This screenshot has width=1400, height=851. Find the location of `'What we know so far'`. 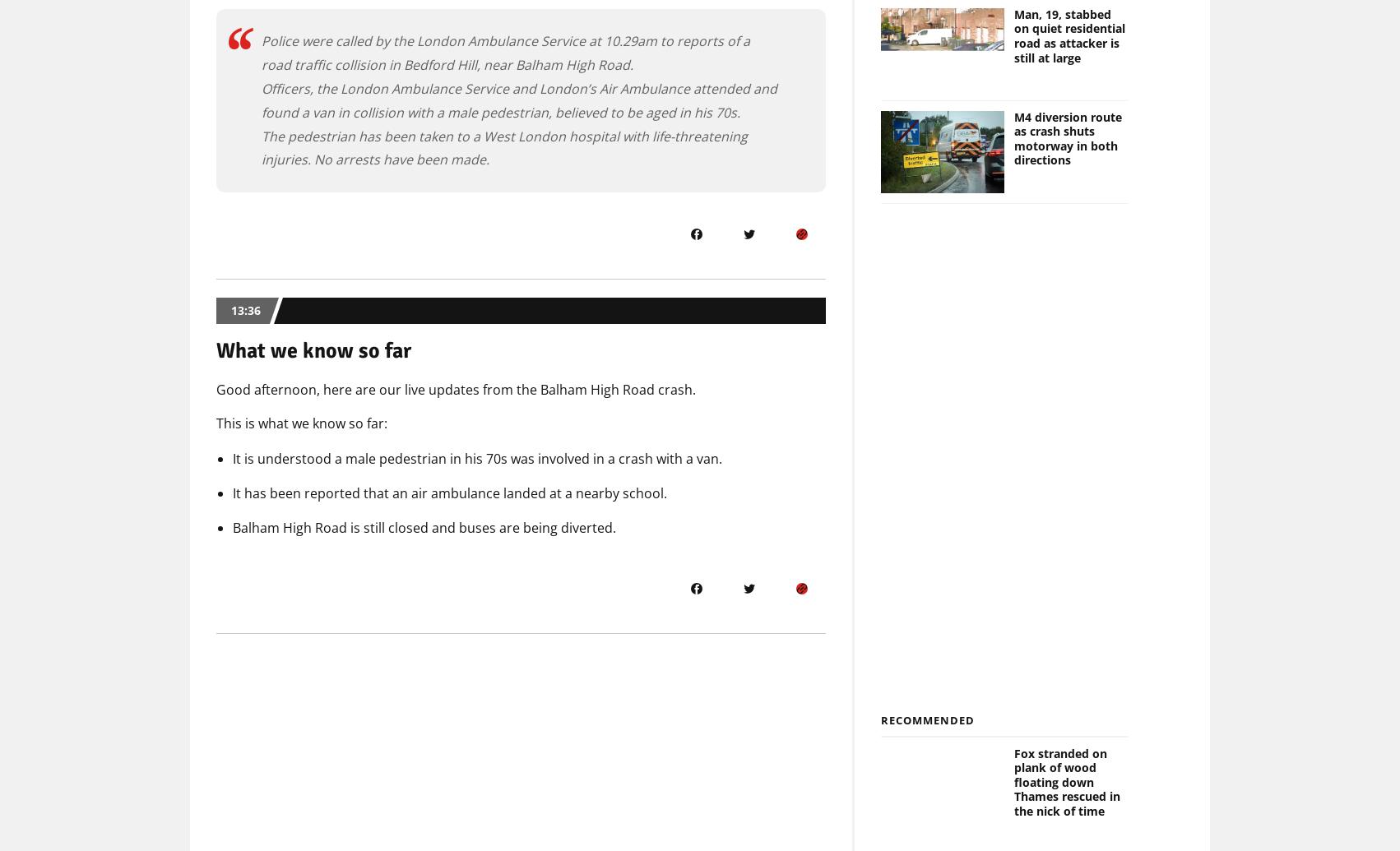

'What we know so far' is located at coordinates (313, 351).